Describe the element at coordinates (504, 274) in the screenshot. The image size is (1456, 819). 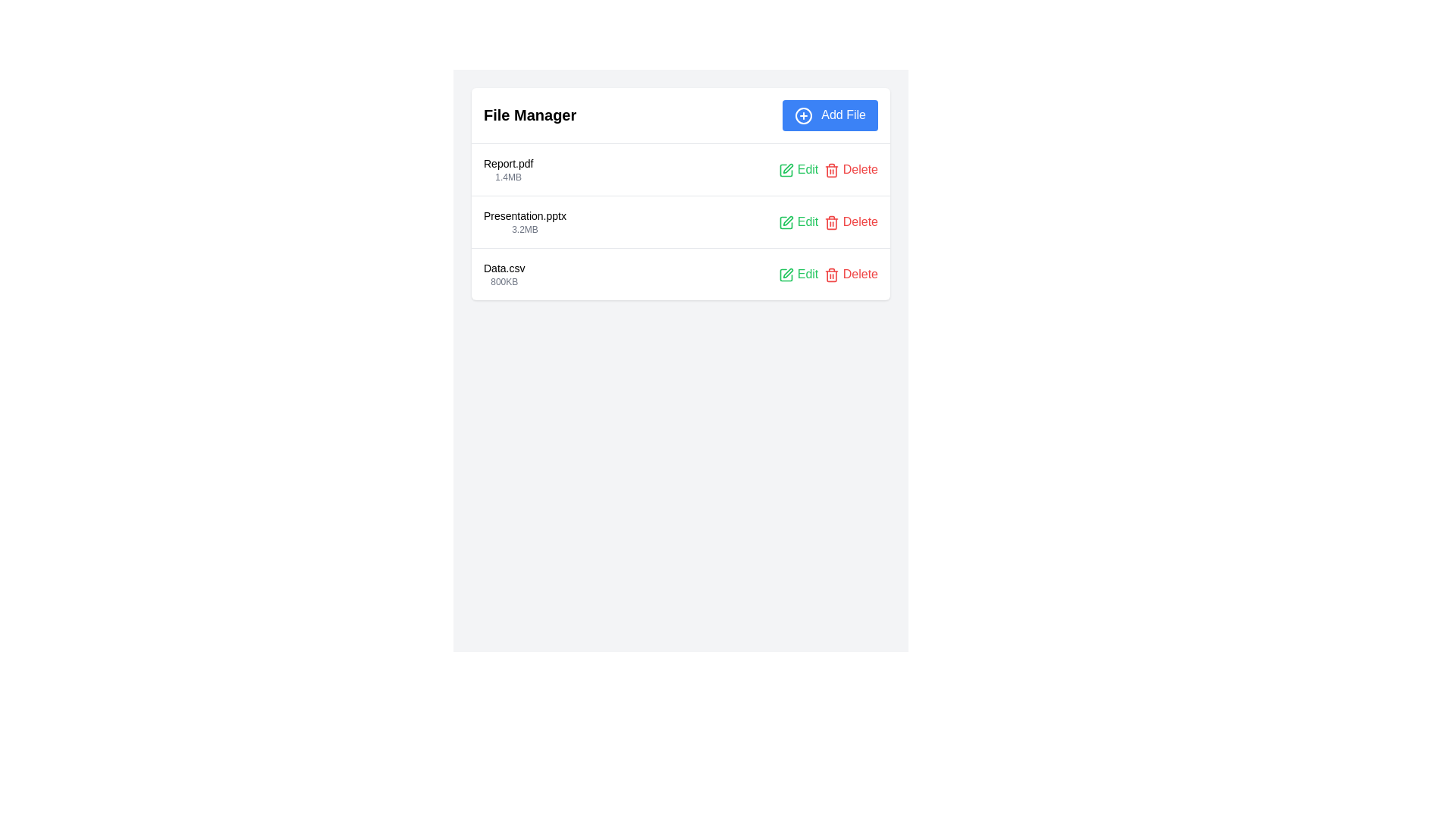
I see `the third text display element in the 'File Manager' that shows the name and size of a file, located below 'Report.pdf' and 'Presentation.pptx'` at that location.